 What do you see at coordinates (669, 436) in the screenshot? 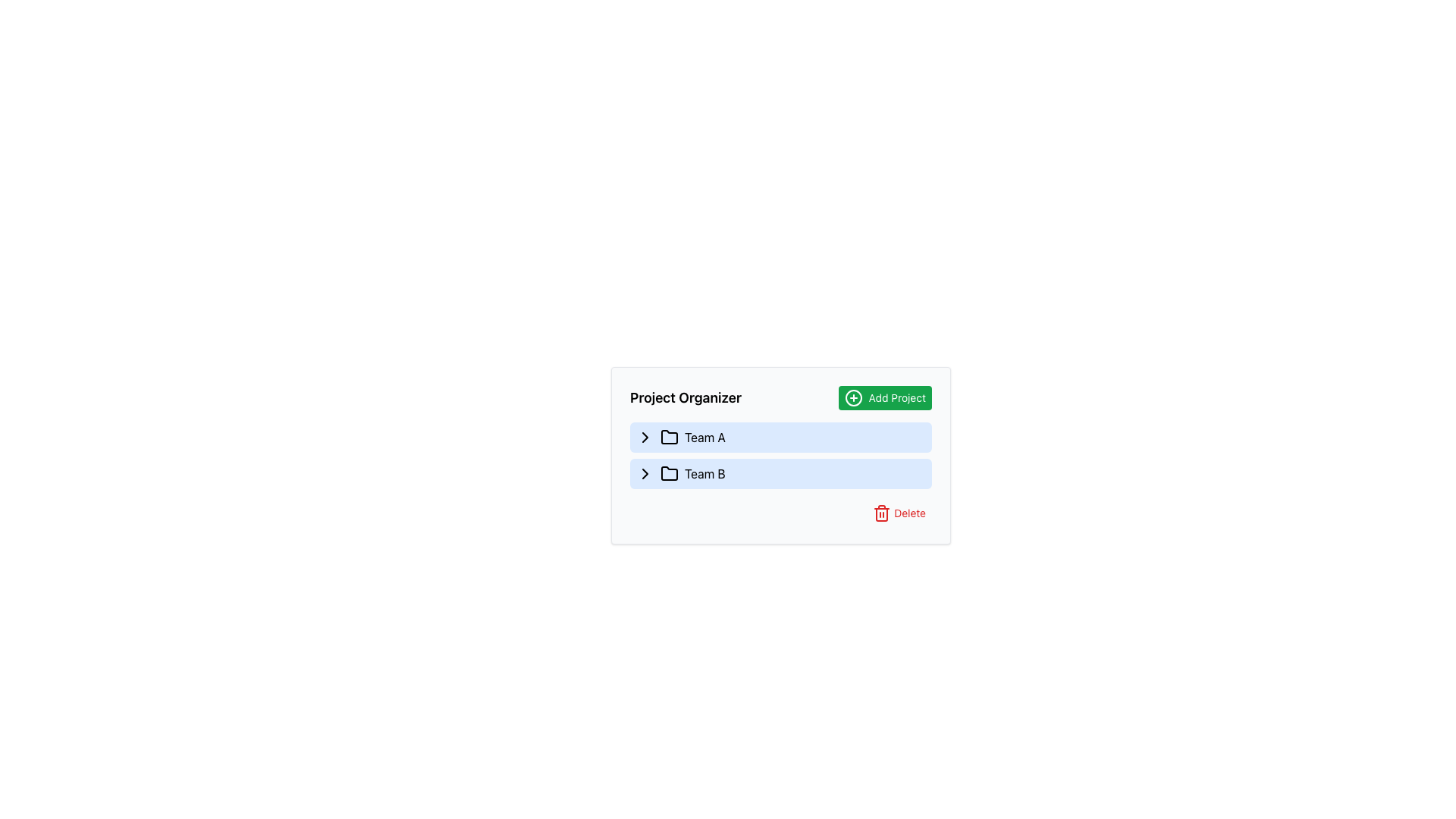
I see `the folder icon located to the left of the text label 'Team A' in the sidebar interface` at bounding box center [669, 436].